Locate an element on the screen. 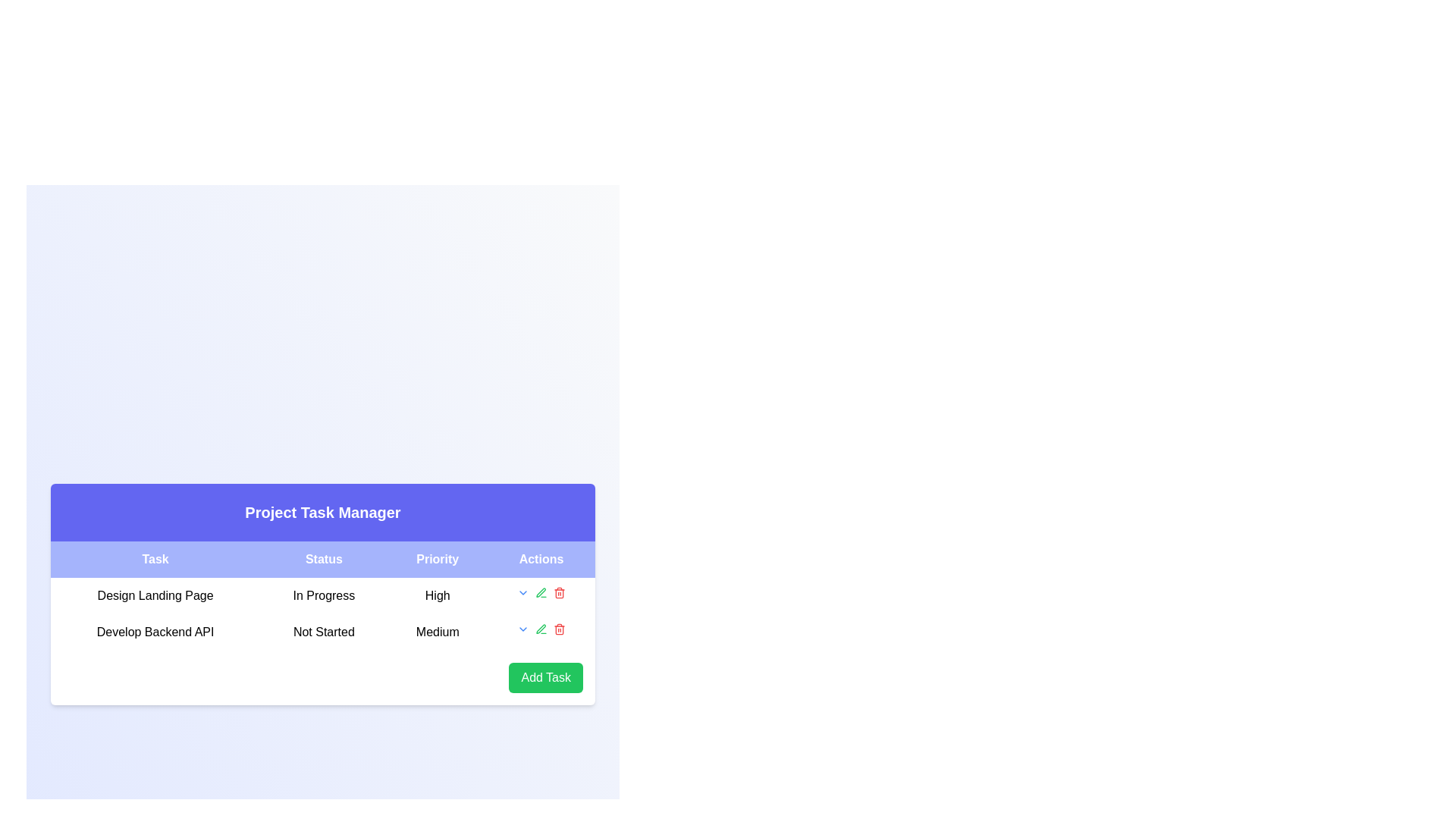 Image resolution: width=1456 pixels, height=819 pixels. the 'Medium' text label located in the 'Priority' column of the second row in the 'Project Task Manager' interface is located at coordinates (437, 632).